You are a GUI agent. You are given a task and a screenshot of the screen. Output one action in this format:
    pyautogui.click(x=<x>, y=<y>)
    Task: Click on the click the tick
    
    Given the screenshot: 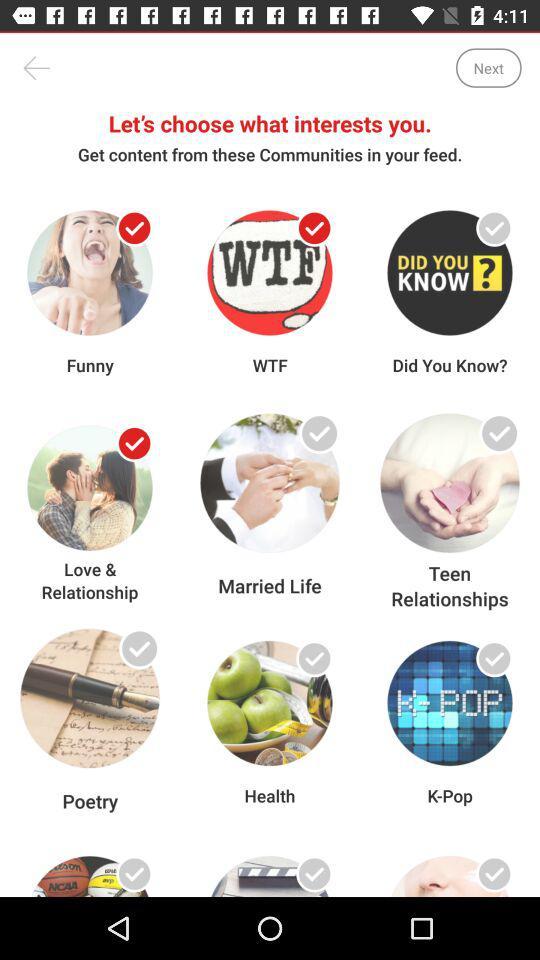 What is the action you would take?
    pyautogui.click(x=493, y=873)
    